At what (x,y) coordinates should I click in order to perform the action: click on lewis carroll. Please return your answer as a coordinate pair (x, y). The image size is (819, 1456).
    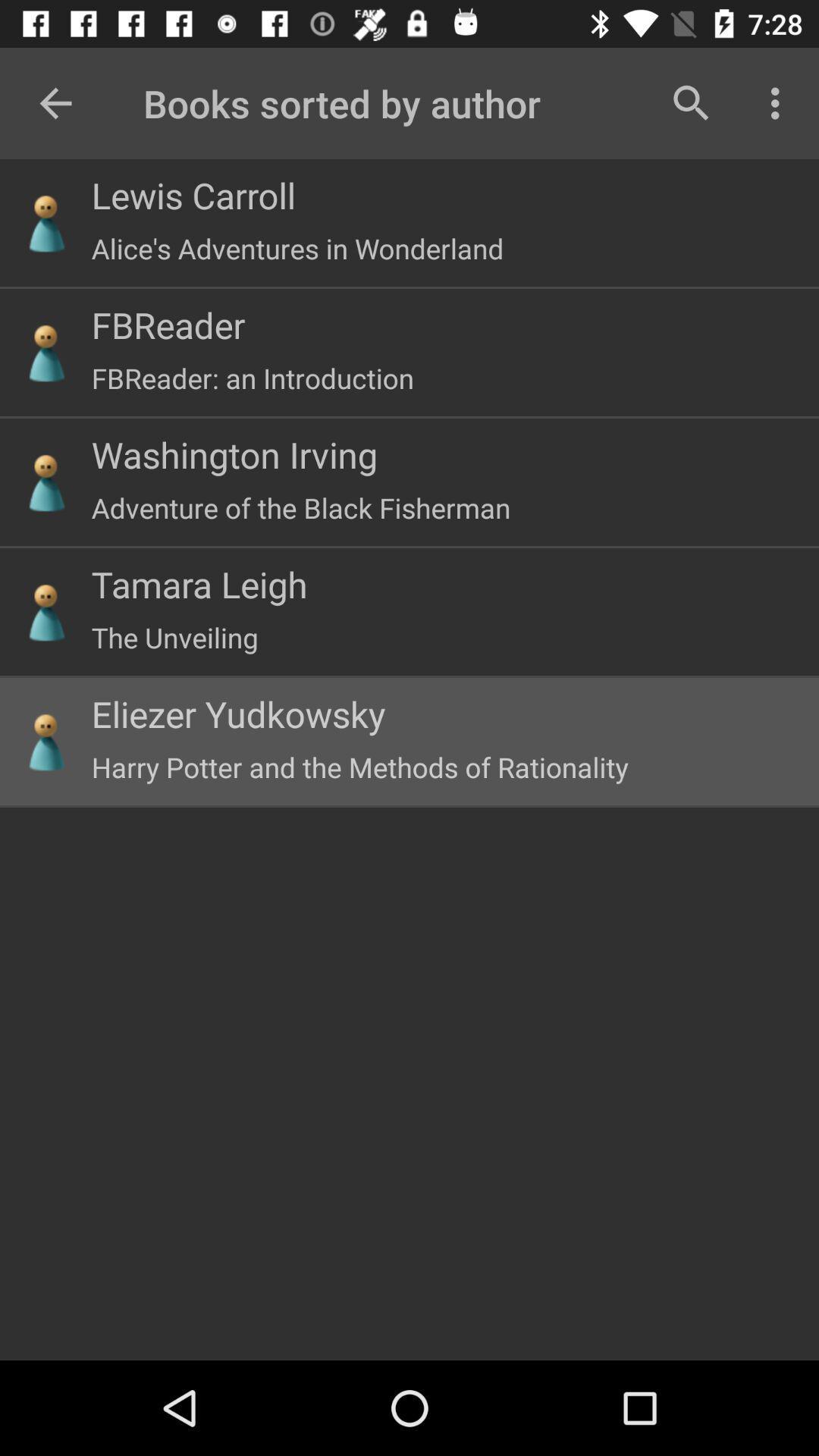
    Looking at the image, I should click on (193, 194).